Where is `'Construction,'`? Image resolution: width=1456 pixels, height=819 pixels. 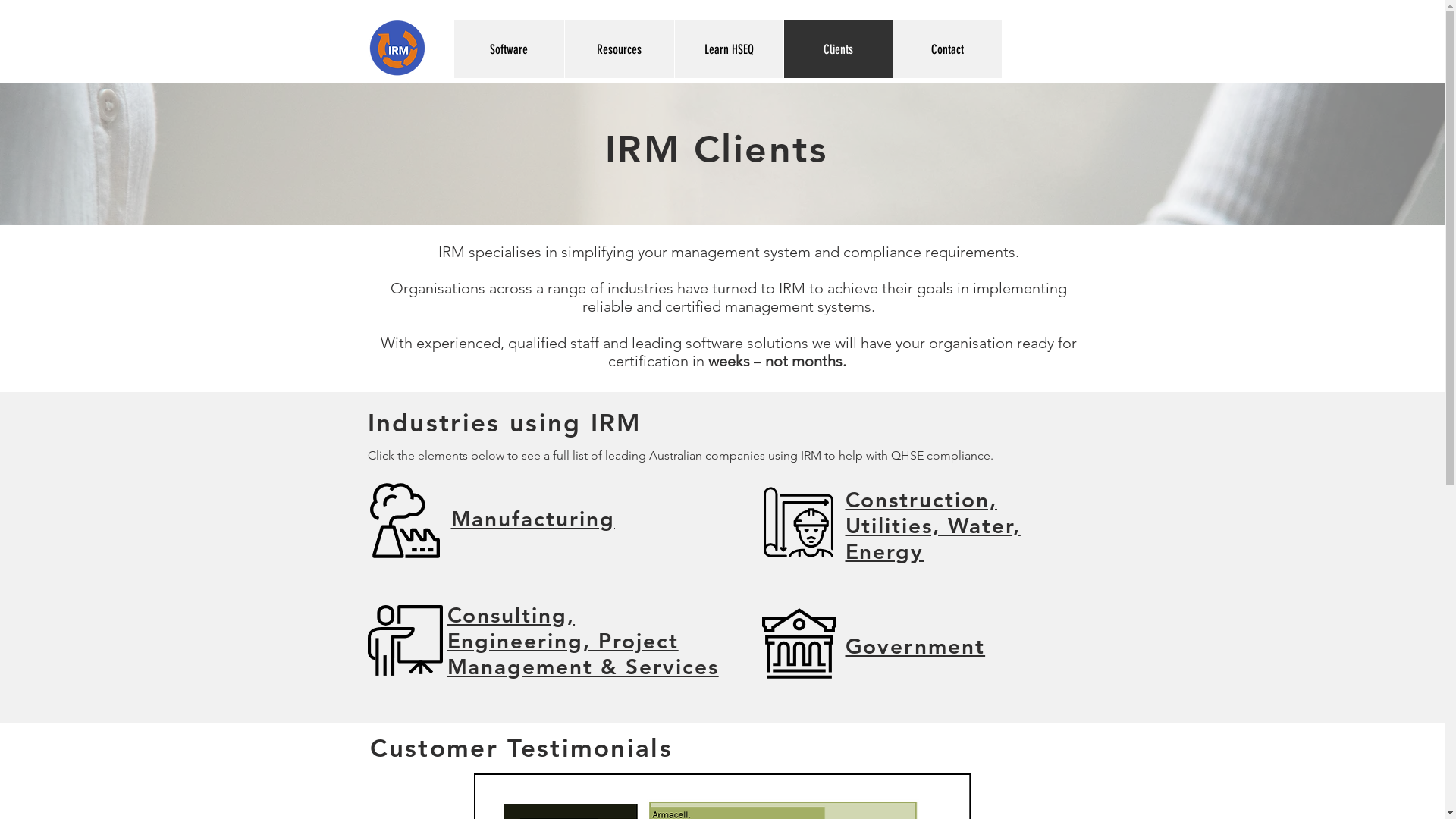 'Construction,' is located at coordinates (843, 500).